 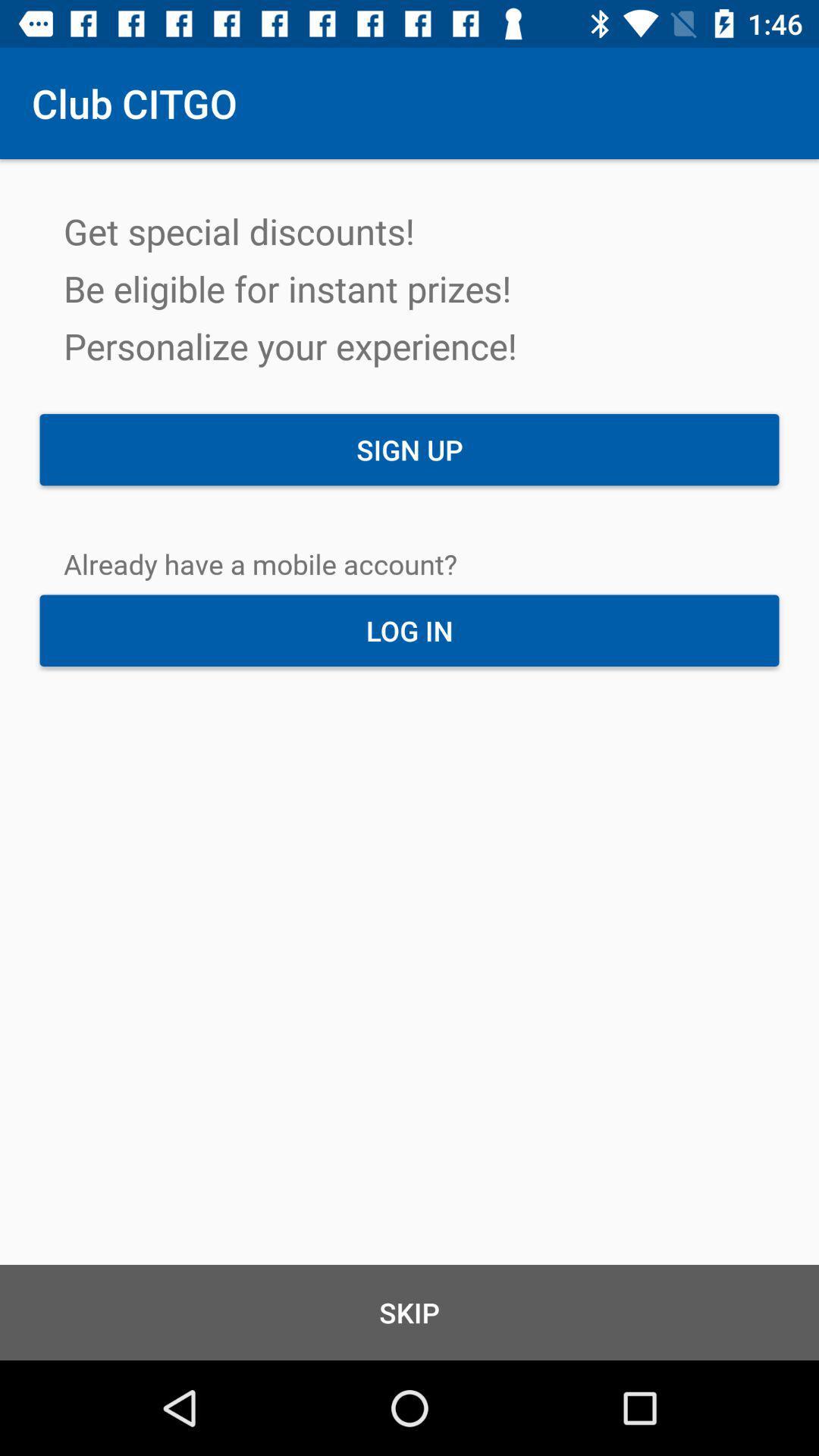 What do you see at coordinates (409, 449) in the screenshot?
I see `the item above the already have a item` at bounding box center [409, 449].